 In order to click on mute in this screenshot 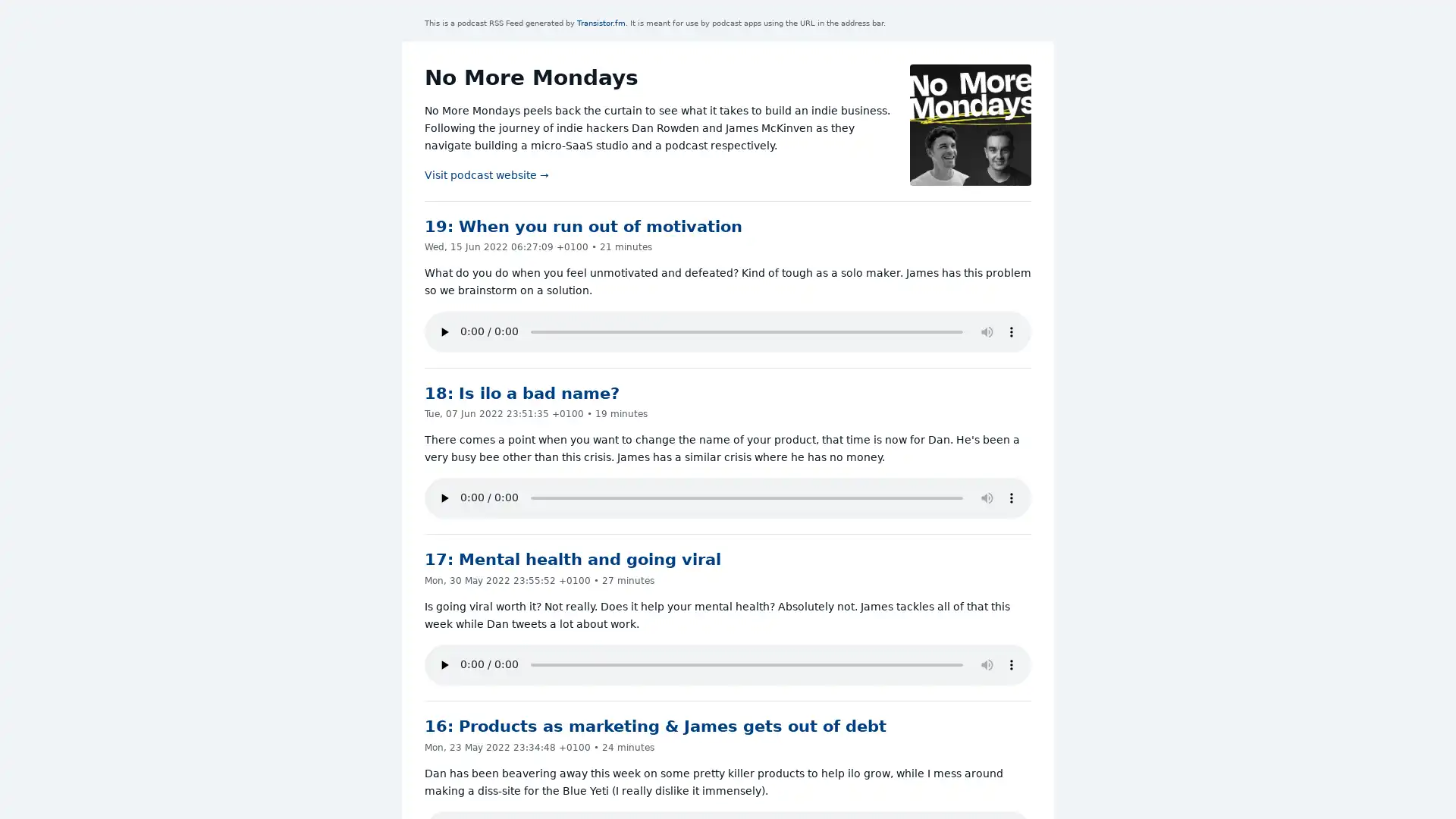, I will do `click(987, 664)`.